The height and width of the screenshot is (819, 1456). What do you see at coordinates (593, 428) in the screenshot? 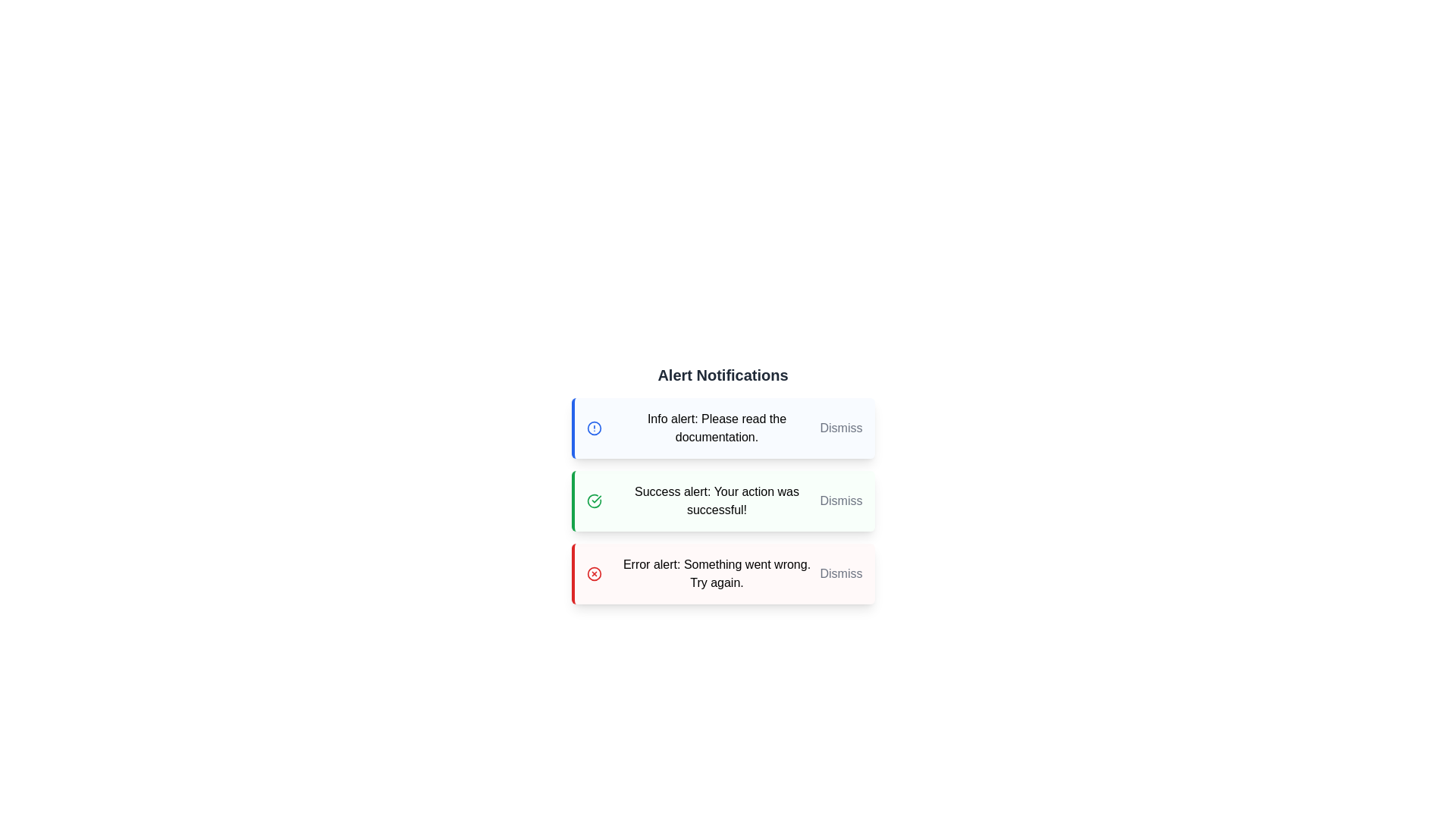
I see `the icon of the info alert to highlight it` at bounding box center [593, 428].